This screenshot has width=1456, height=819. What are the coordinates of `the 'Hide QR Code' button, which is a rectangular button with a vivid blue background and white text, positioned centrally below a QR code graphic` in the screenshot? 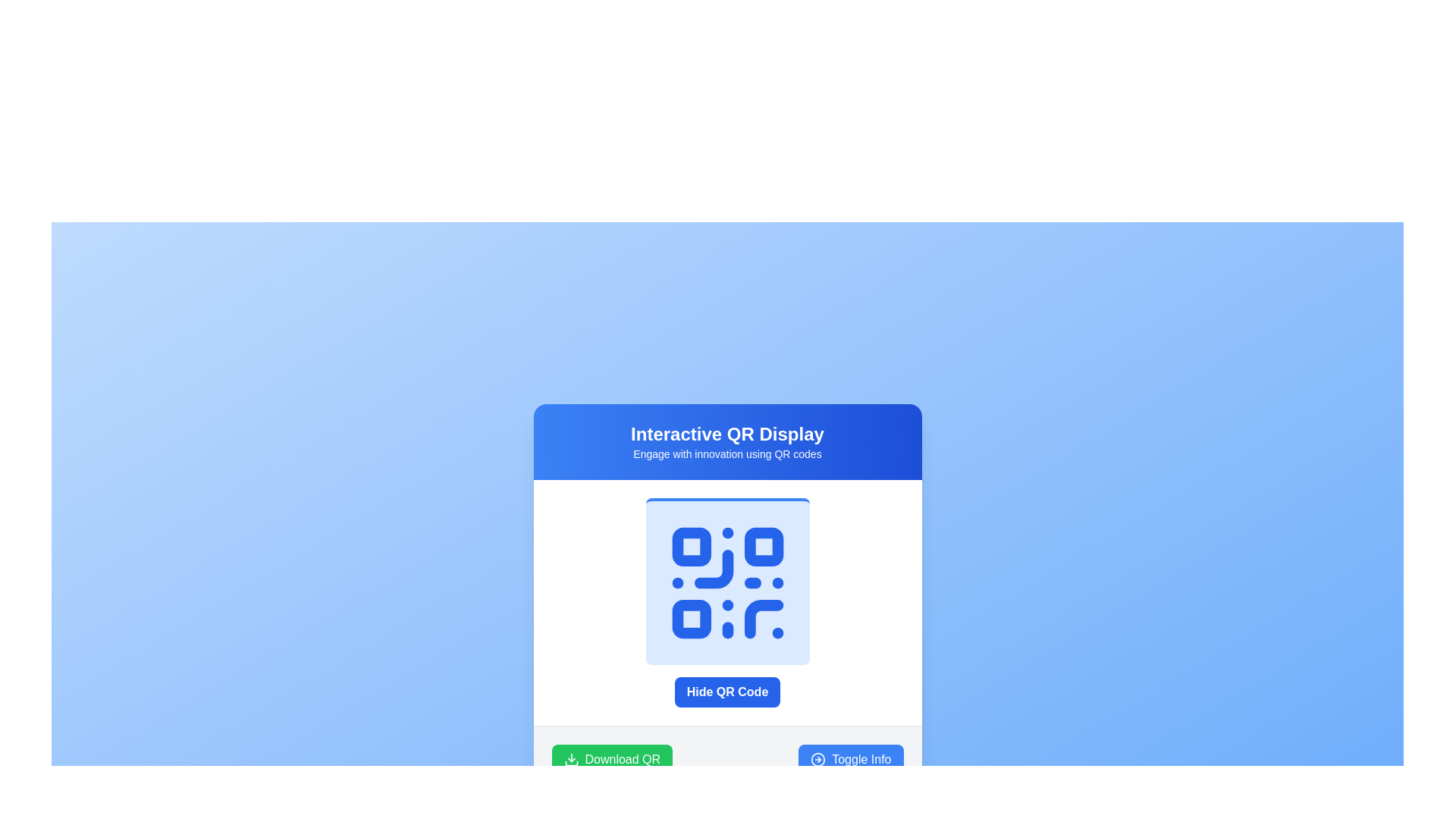 It's located at (726, 692).